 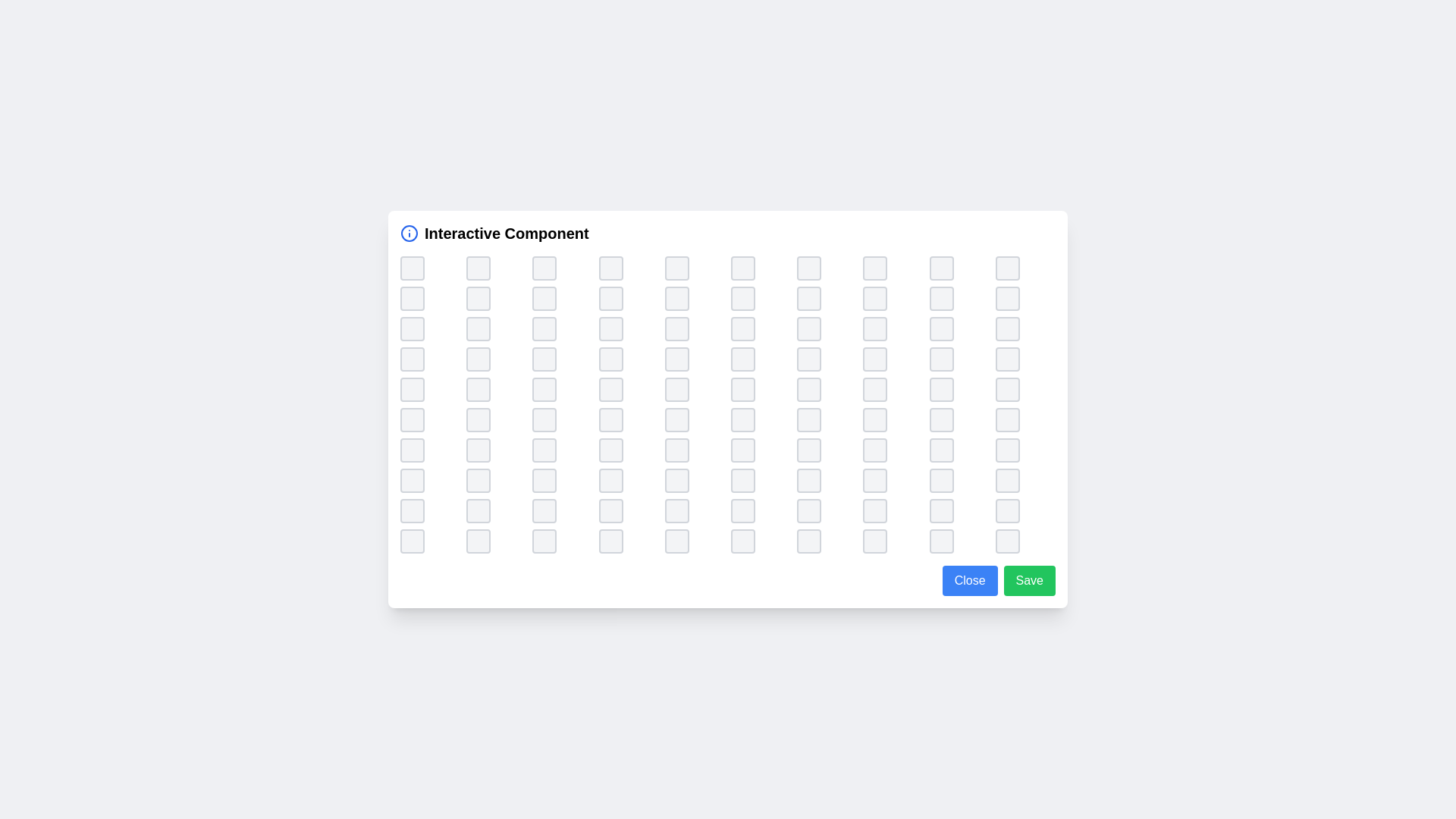 What do you see at coordinates (968, 580) in the screenshot?
I see `the close button to close the component` at bounding box center [968, 580].